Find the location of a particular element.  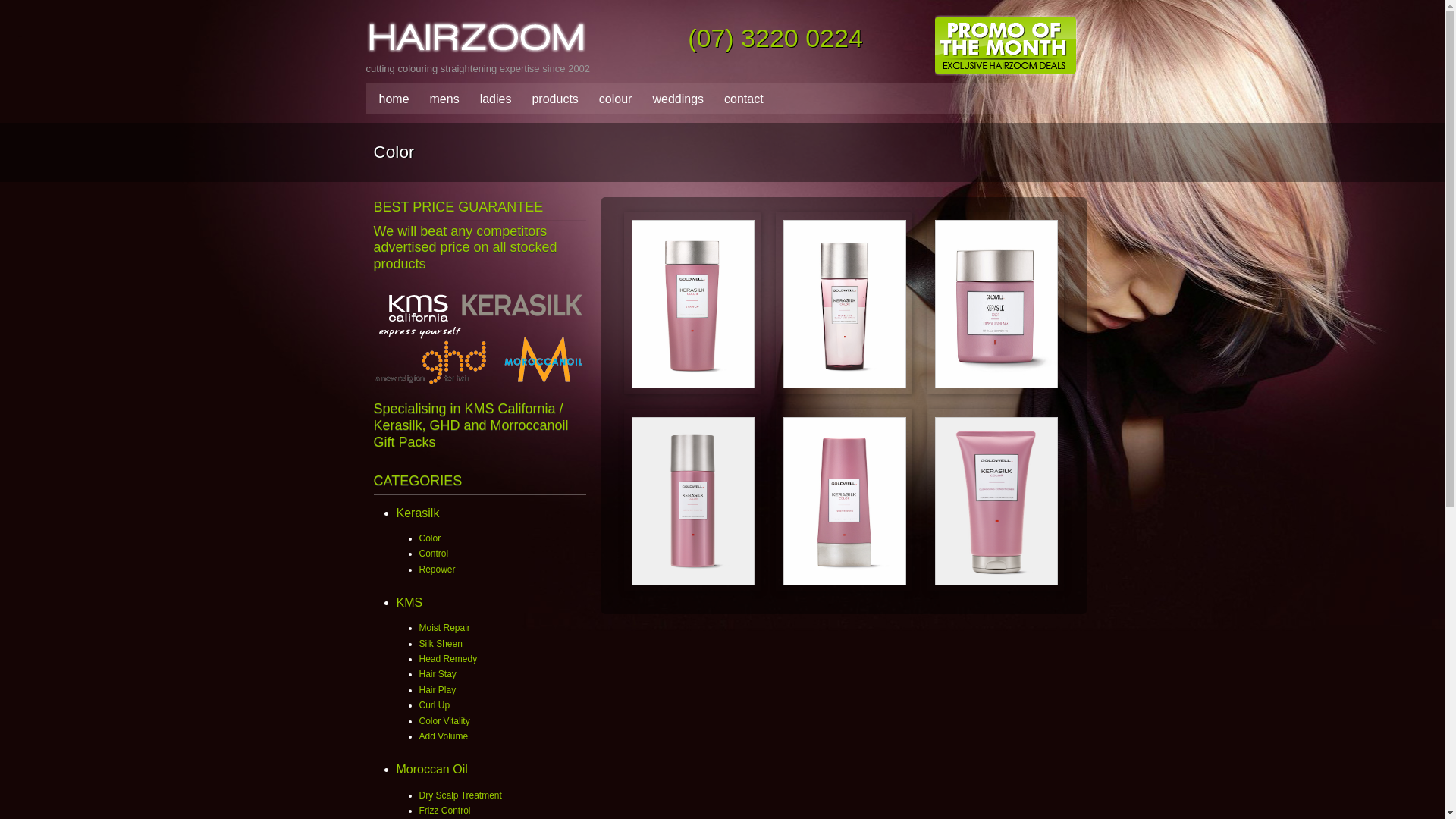

'Repower' is located at coordinates (436, 570).